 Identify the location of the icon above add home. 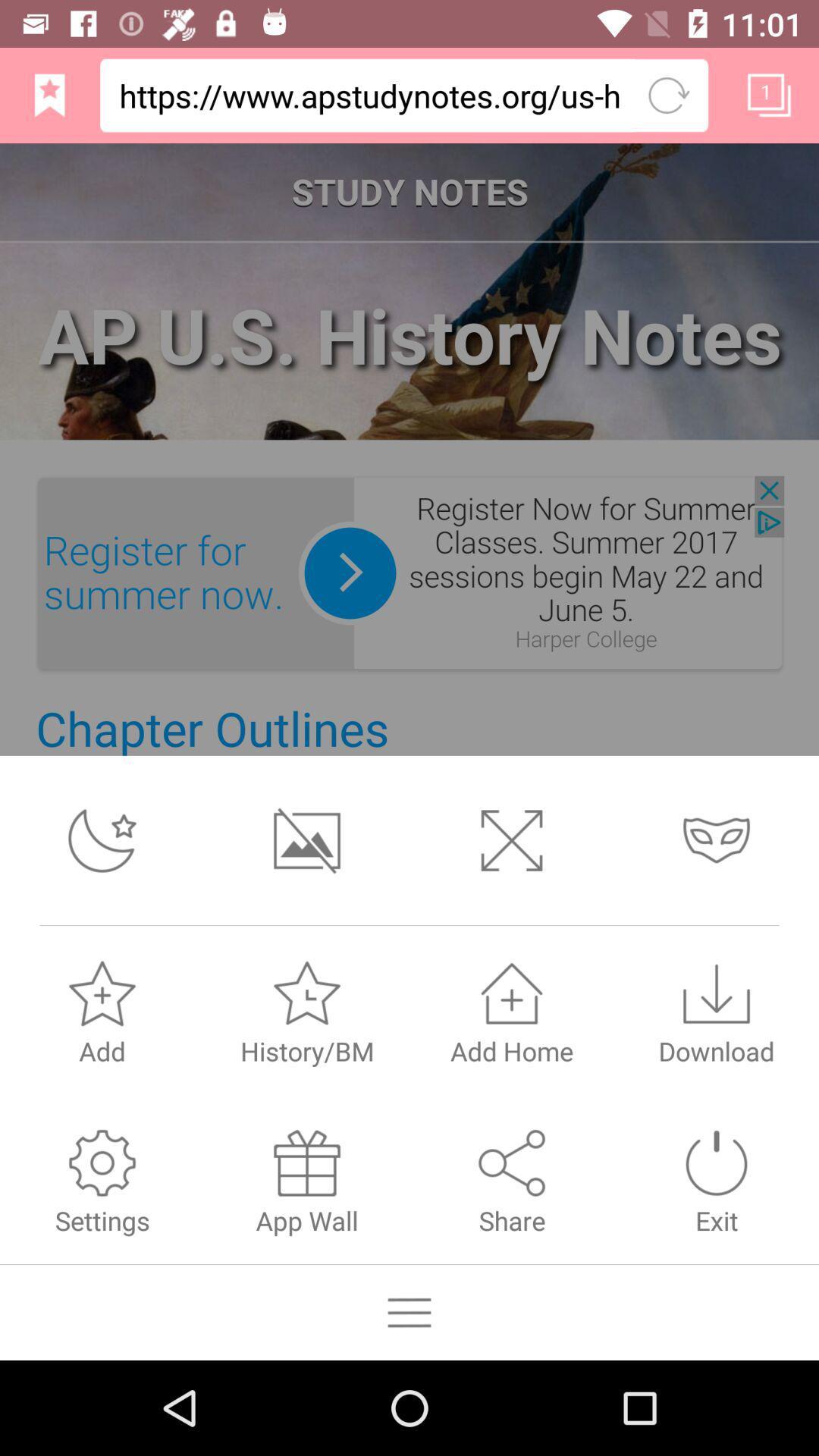
(512, 993).